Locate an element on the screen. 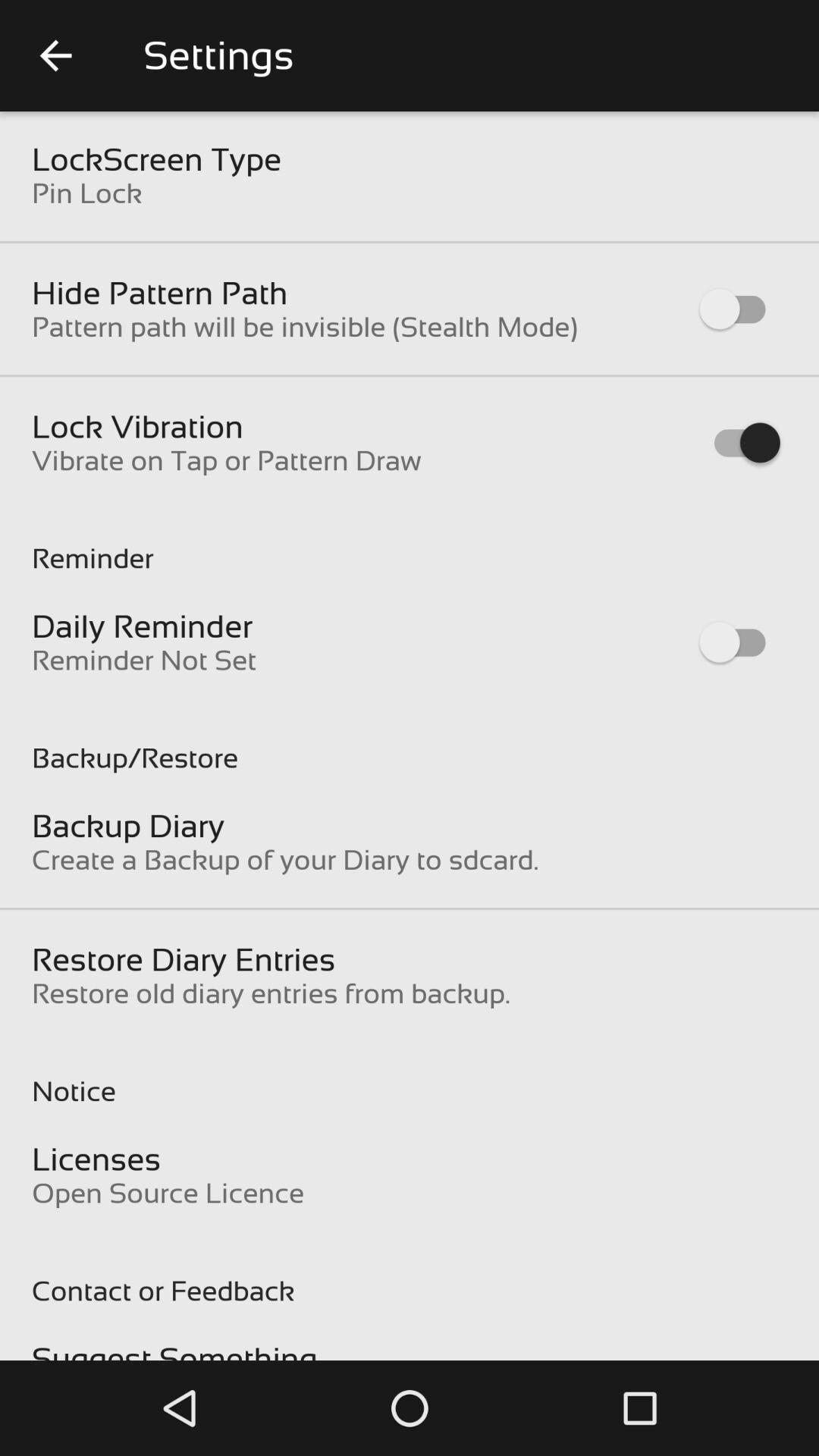 The image size is (819, 1456). icon below restore old diary is located at coordinates (409, 1075).